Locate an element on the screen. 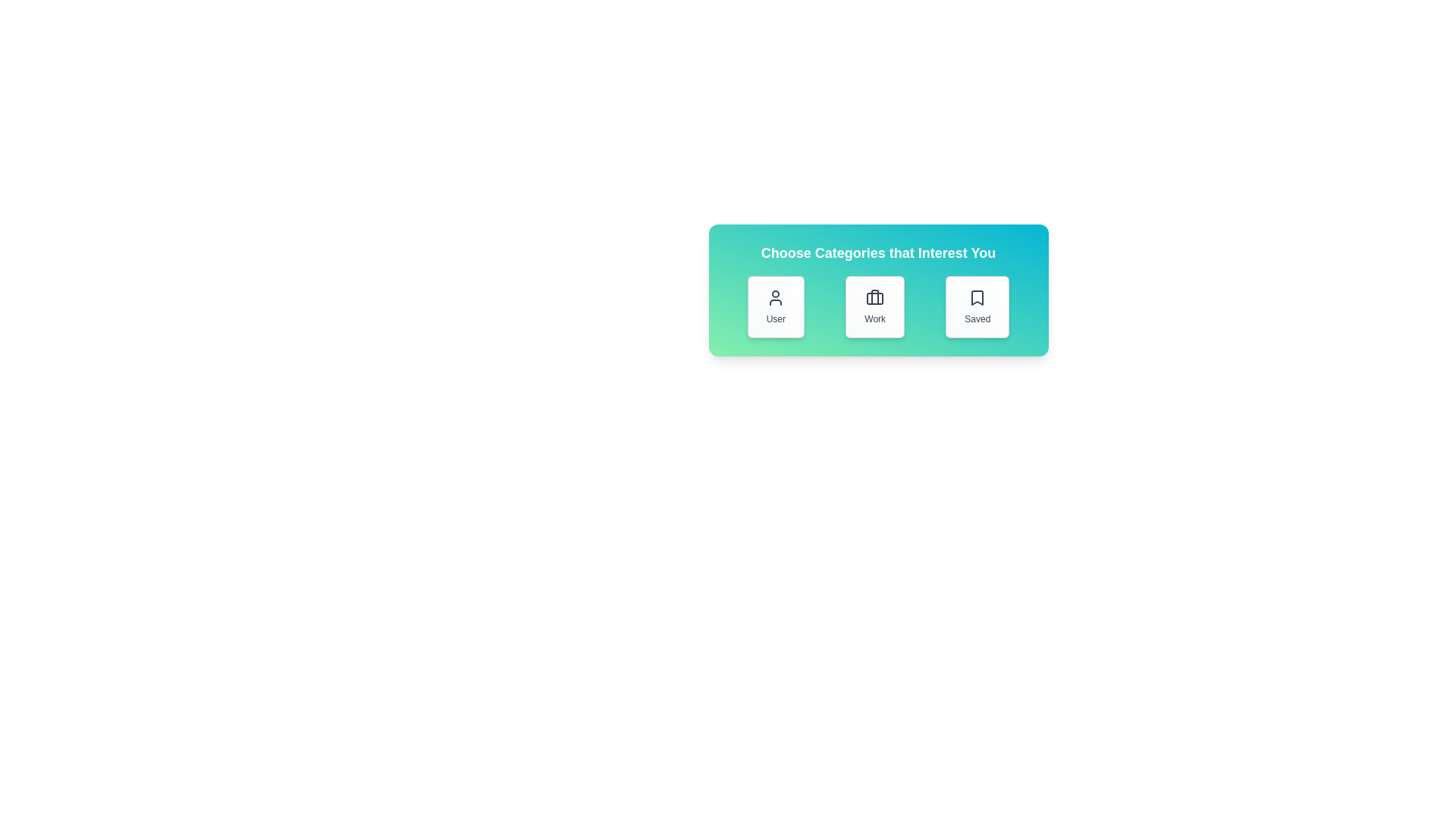 This screenshot has height=819, width=1456. the category Saved is located at coordinates (977, 307).